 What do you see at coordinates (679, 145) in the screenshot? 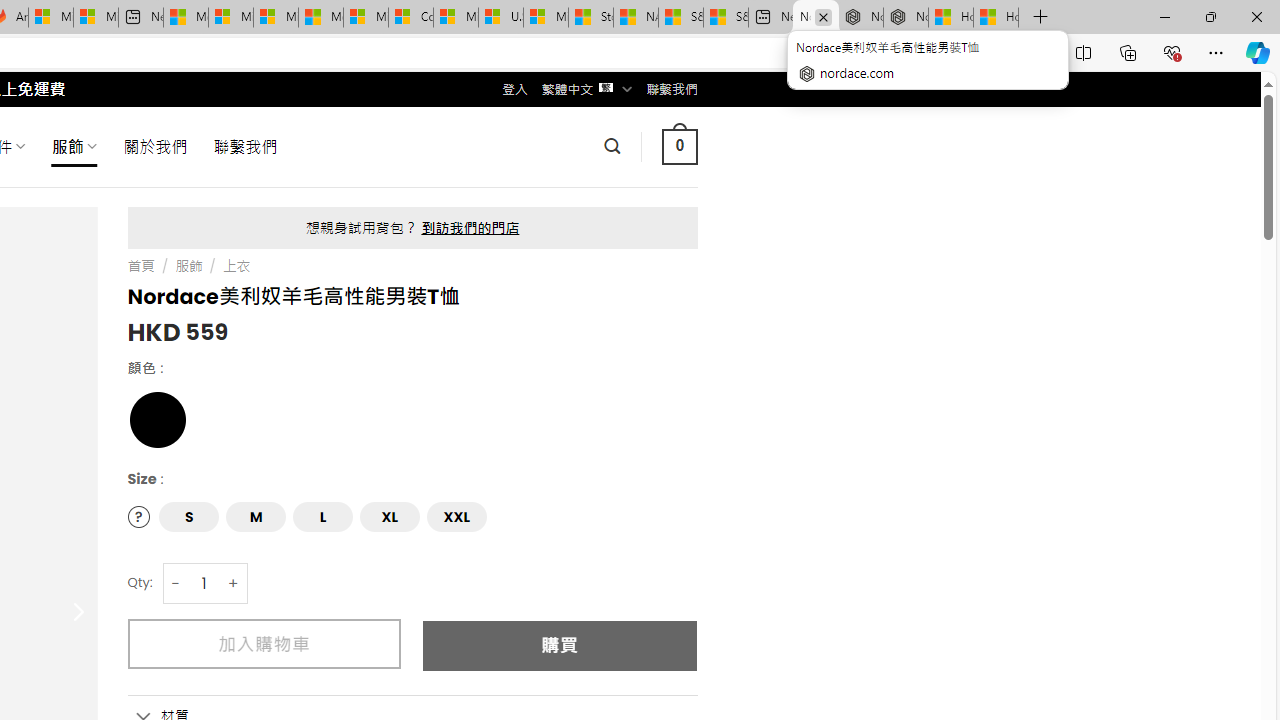
I see `' 0 '` at bounding box center [679, 145].